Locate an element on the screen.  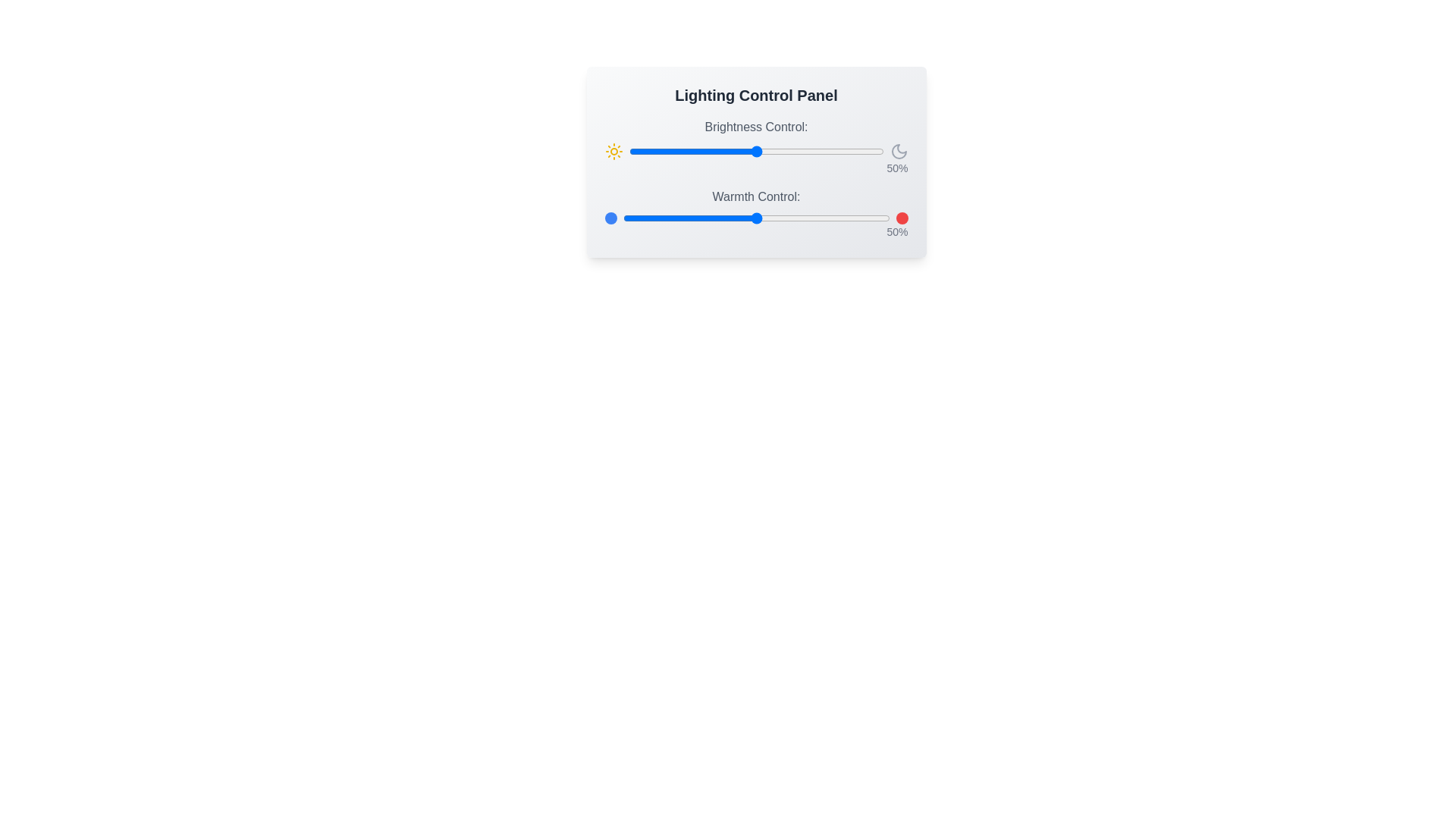
brightness is located at coordinates (659, 152).